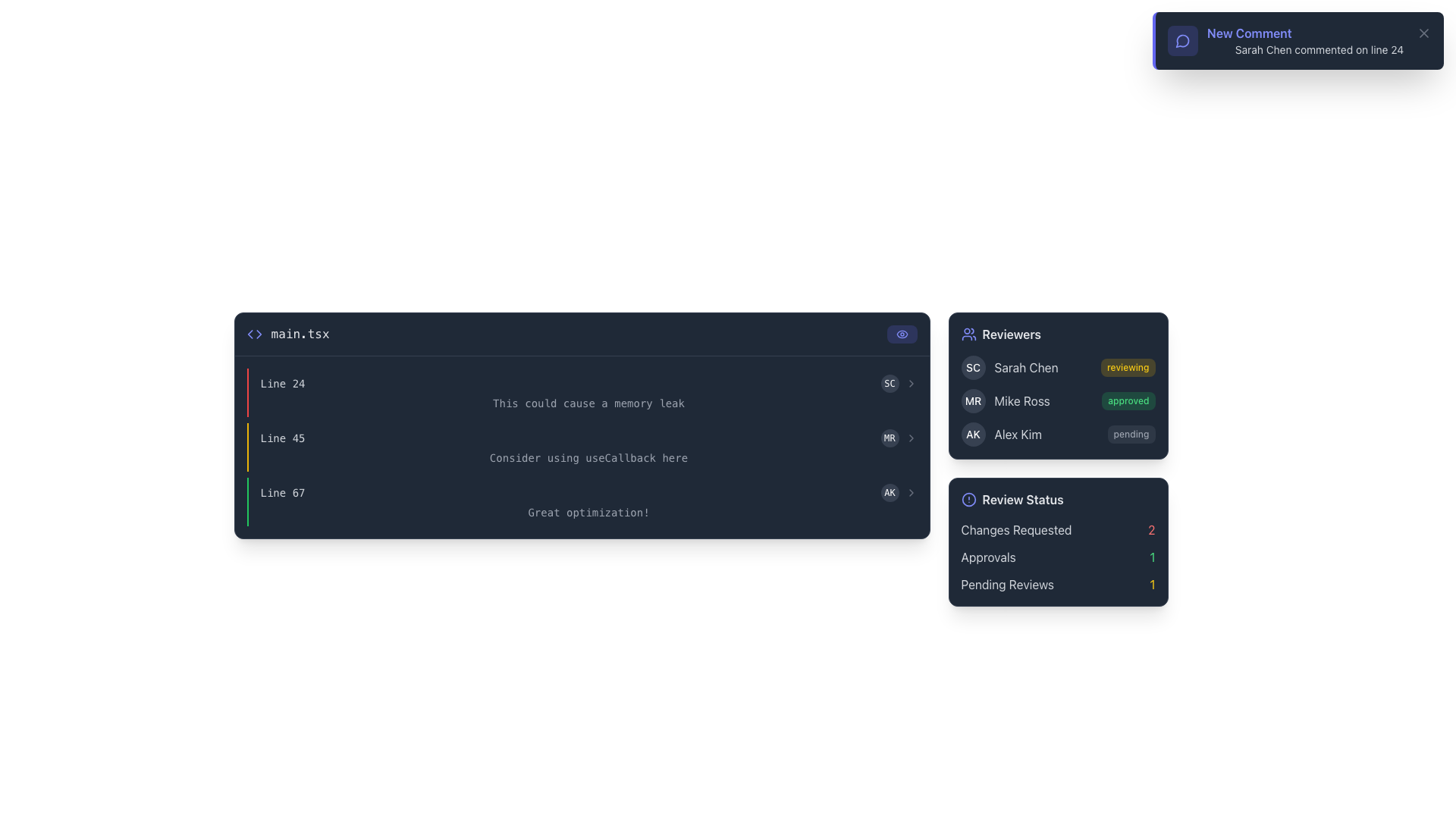 The width and height of the screenshot is (1456, 819). What do you see at coordinates (1006, 400) in the screenshot?
I see `the List item component that features an avatar with 'MR' inside a rounded area and a text label 'Mike Ross' on the right, located in the 'Reviewers' section of the interface` at bounding box center [1006, 400].